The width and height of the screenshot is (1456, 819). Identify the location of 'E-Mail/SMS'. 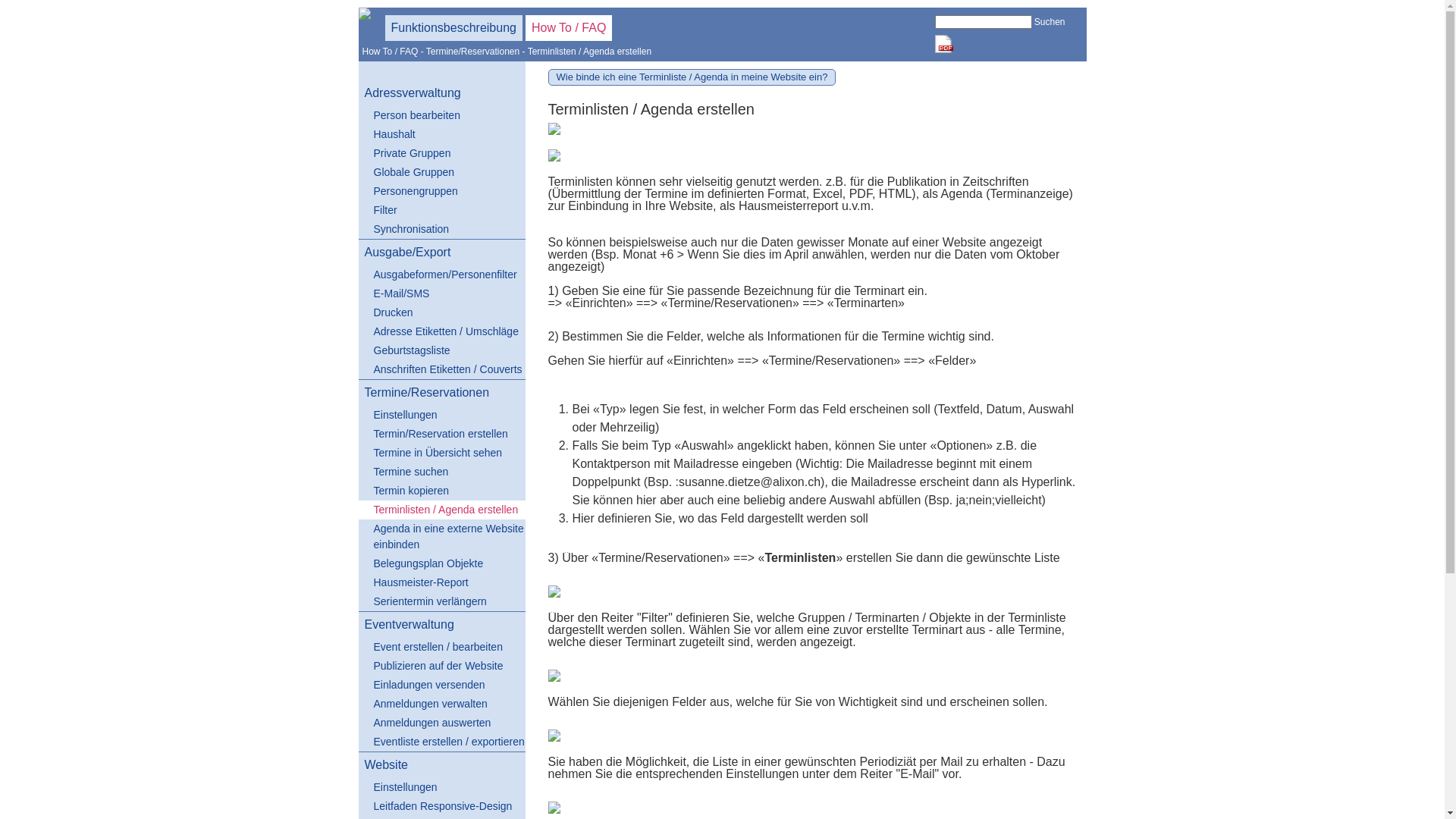
(440, 293).